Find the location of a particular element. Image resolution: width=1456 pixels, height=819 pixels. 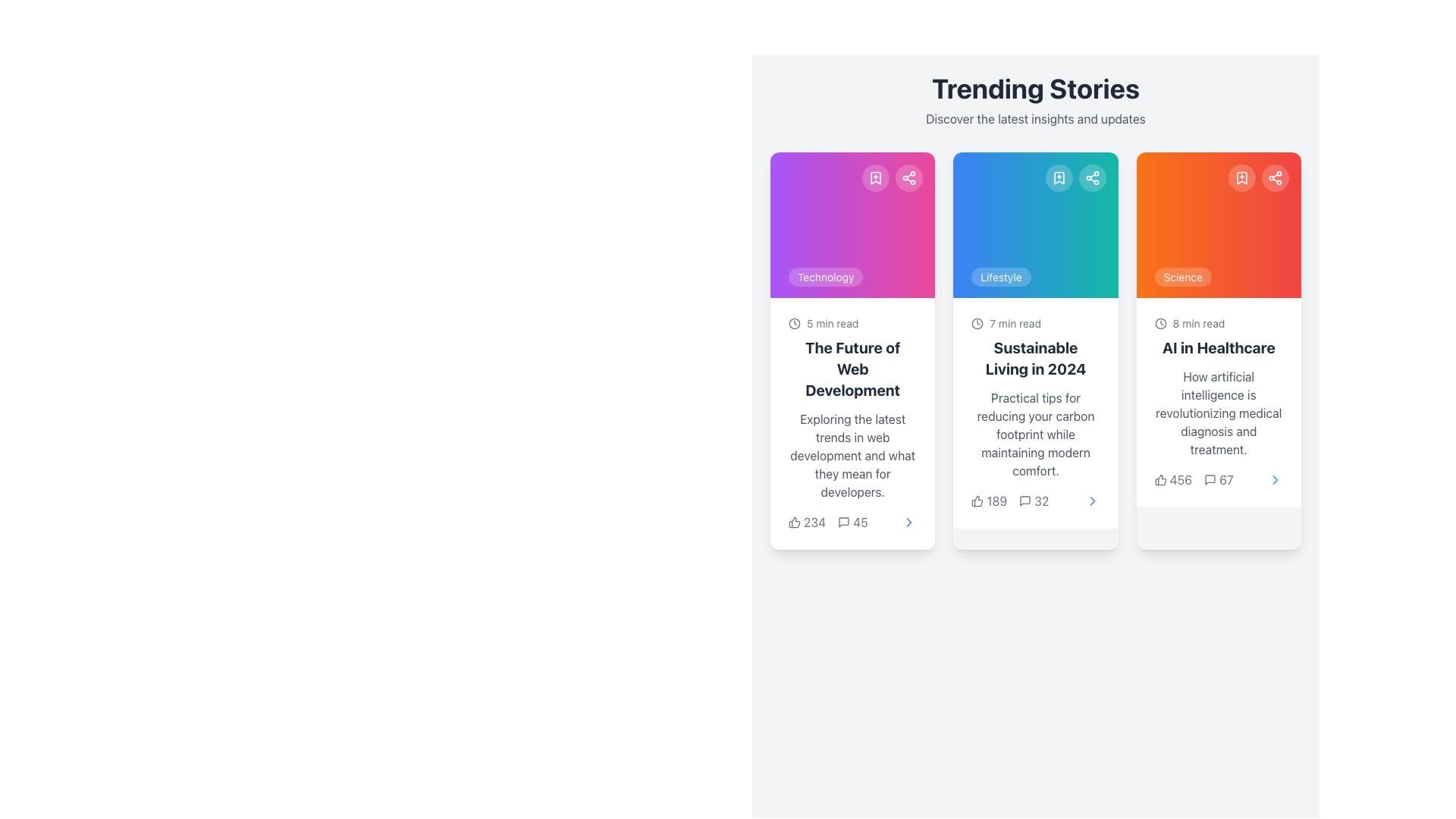

the 'Technology' category label located at the top-left corner of the first card in a set of three horizontally aligned cards is located at coordinates (825, 277).